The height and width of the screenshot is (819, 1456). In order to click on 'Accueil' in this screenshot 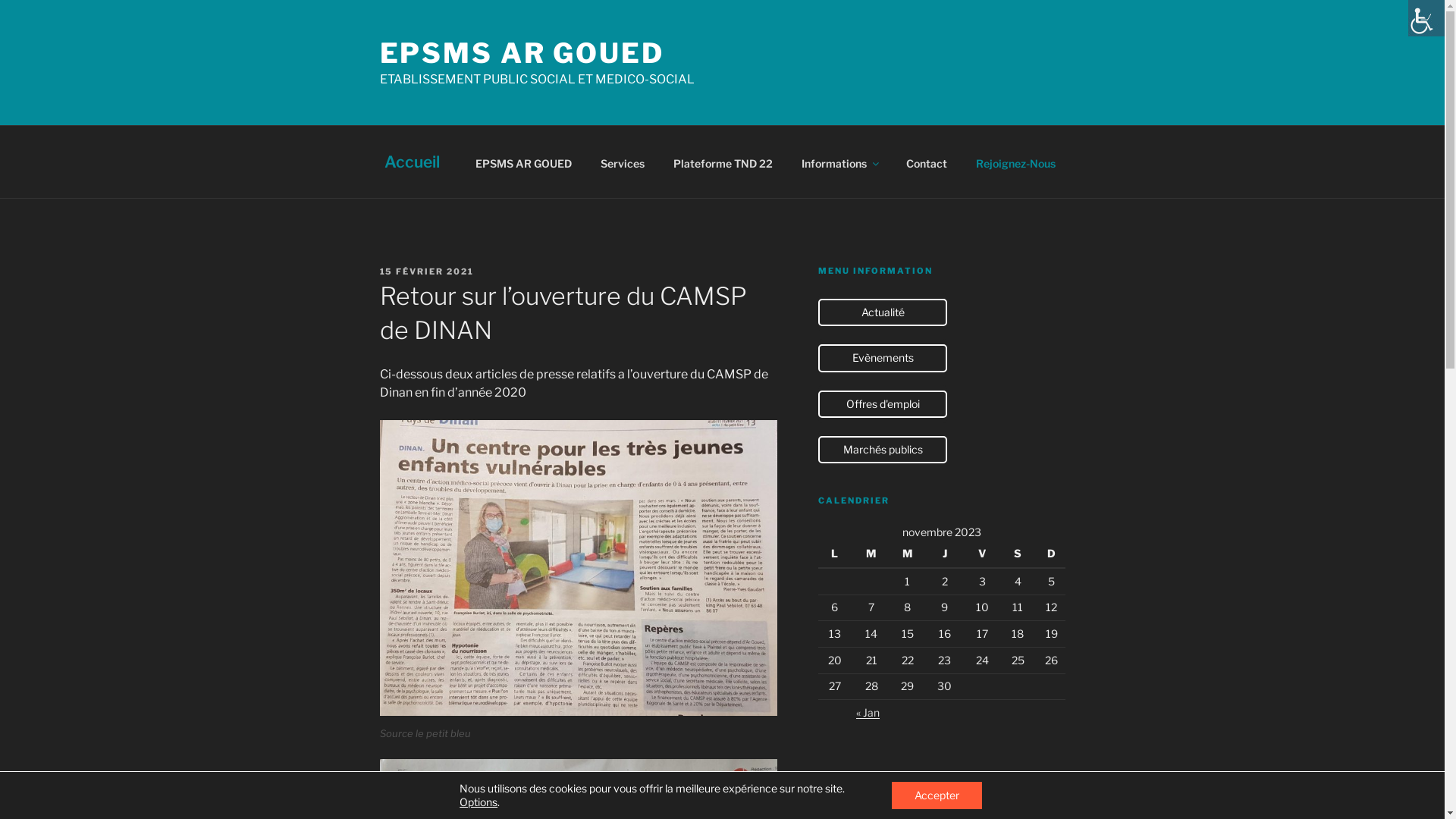, I will do `click(411, 161)`.